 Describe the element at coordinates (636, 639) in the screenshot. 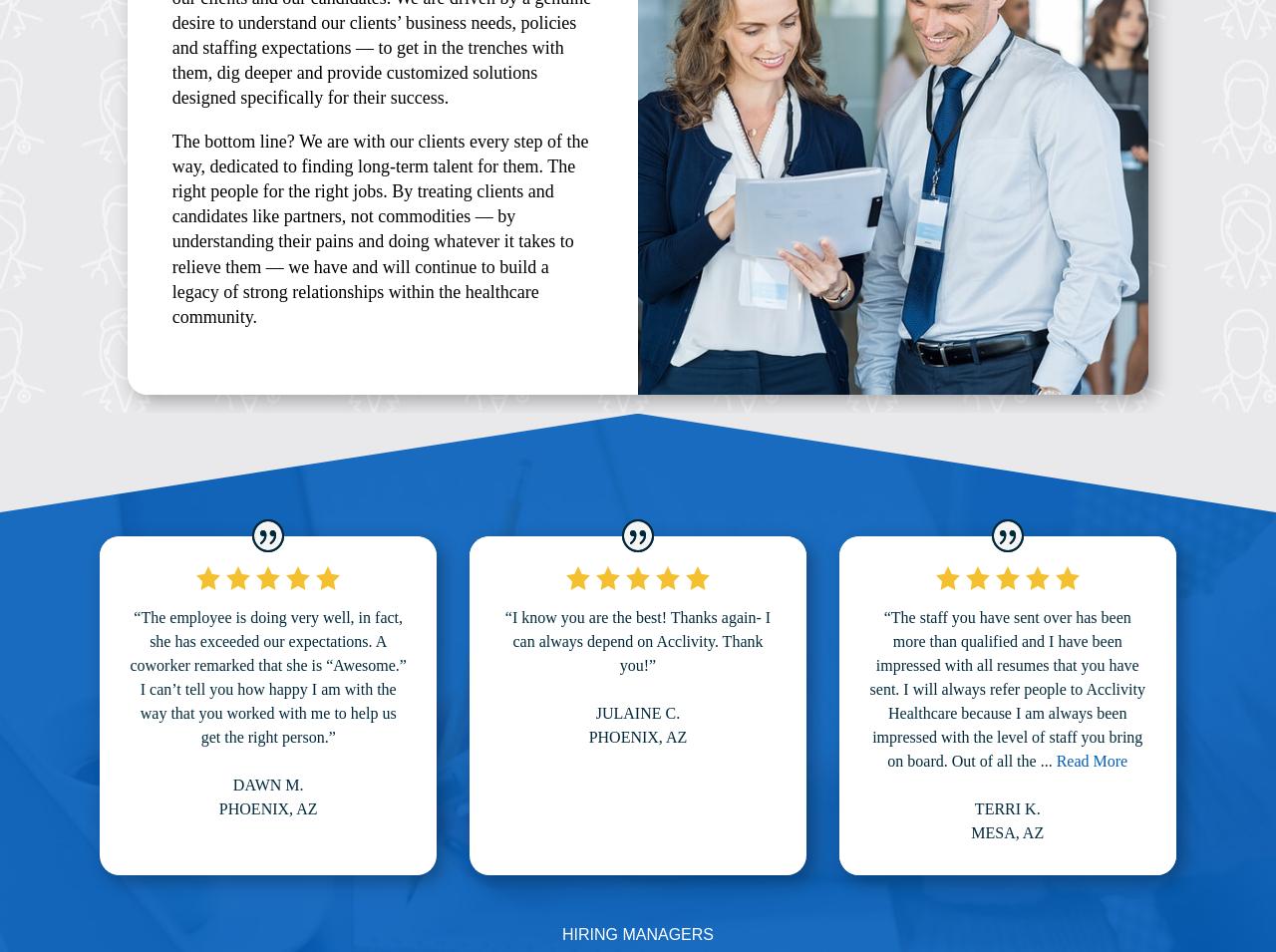

I see `'“​I know you are the best! Thanks again- I can always depend on Acclivity. Thank you!”'` at that location.